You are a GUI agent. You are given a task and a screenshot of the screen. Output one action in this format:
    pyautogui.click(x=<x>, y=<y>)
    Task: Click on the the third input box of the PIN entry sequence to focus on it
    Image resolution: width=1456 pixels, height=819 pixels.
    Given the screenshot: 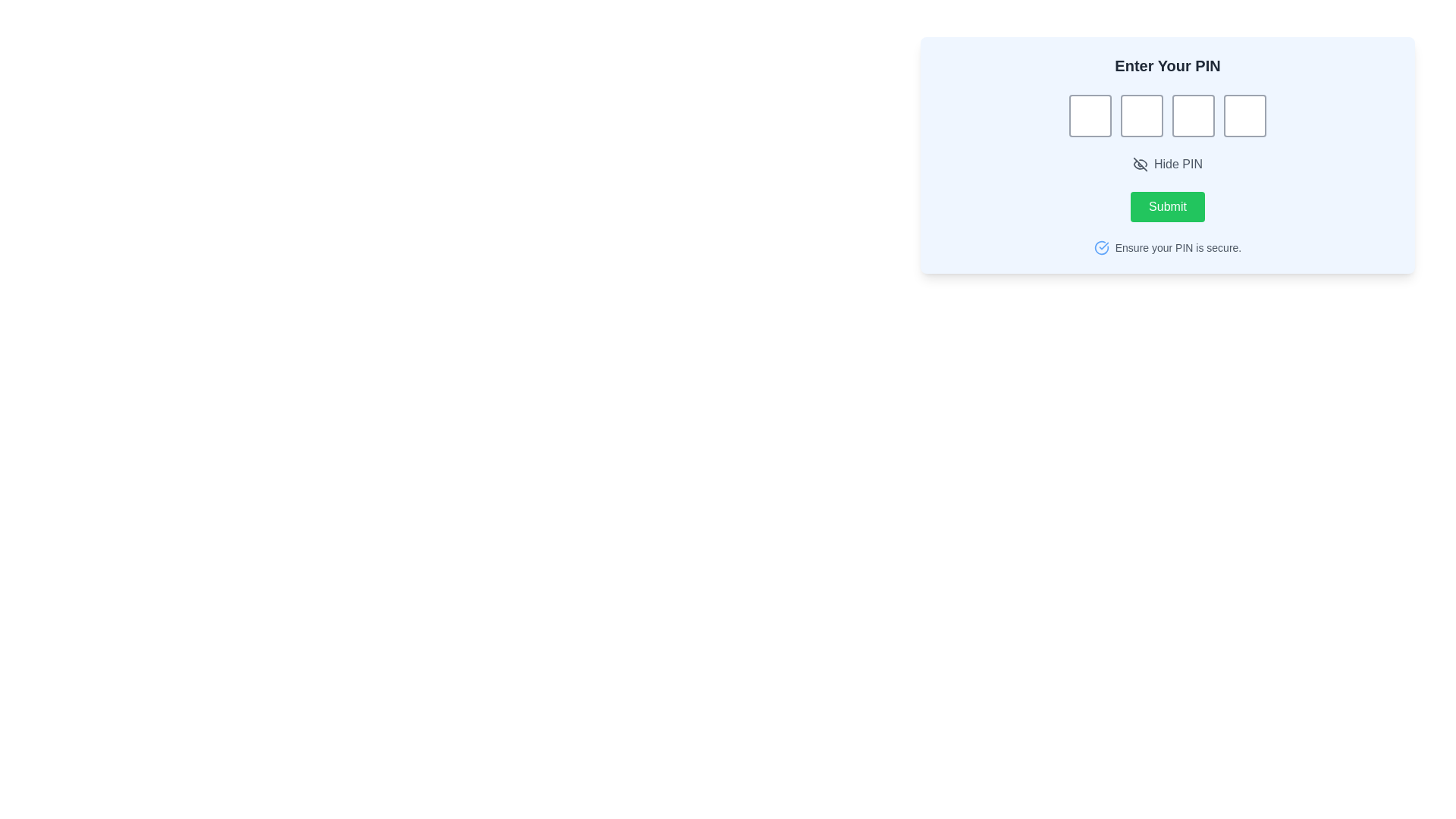 What is the action you would take?
    pyautogui.click(x=1193, y=115)
    